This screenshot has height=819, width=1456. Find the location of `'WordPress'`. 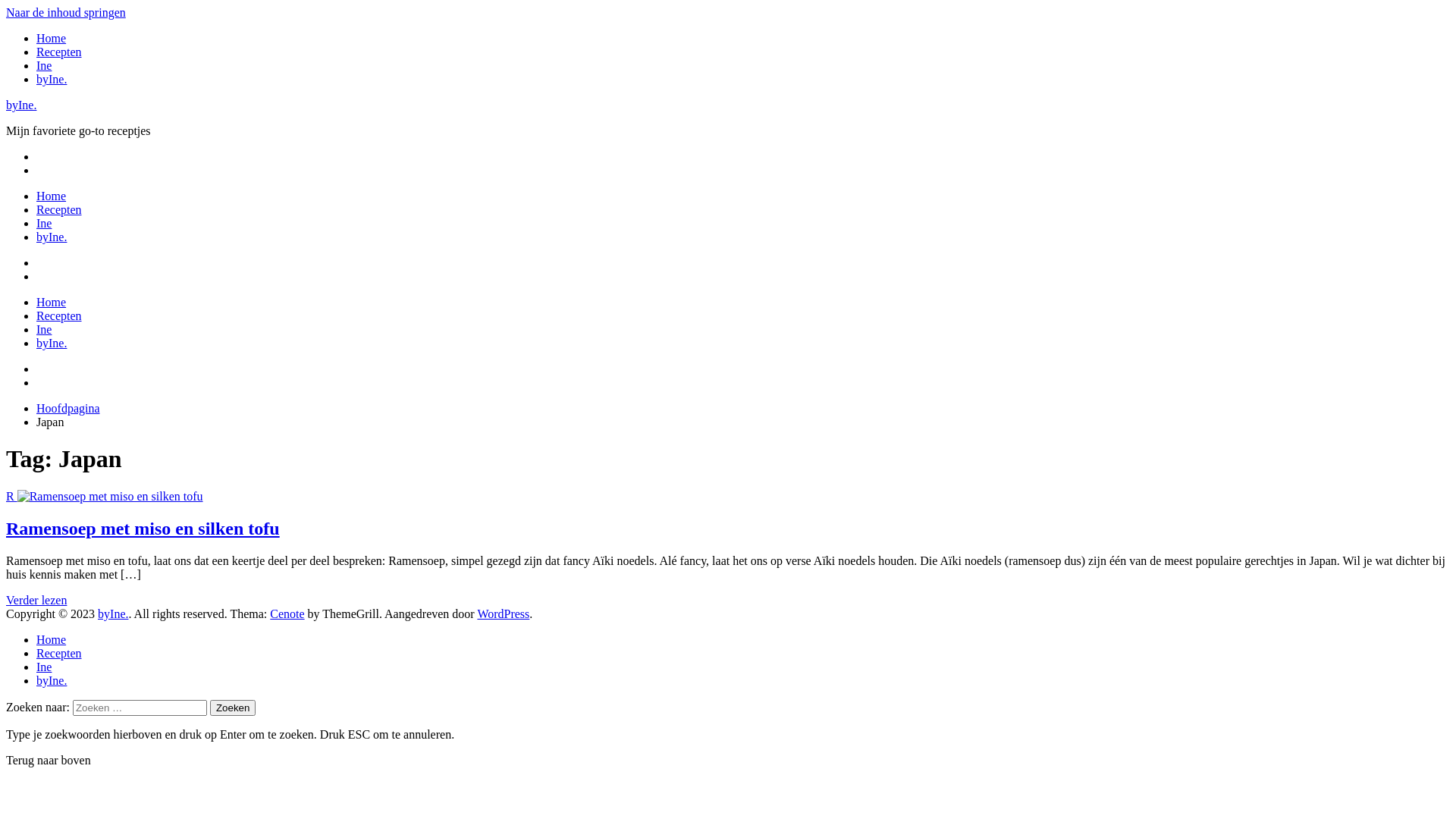

'WordPress' is located at coordinates (503, 613).